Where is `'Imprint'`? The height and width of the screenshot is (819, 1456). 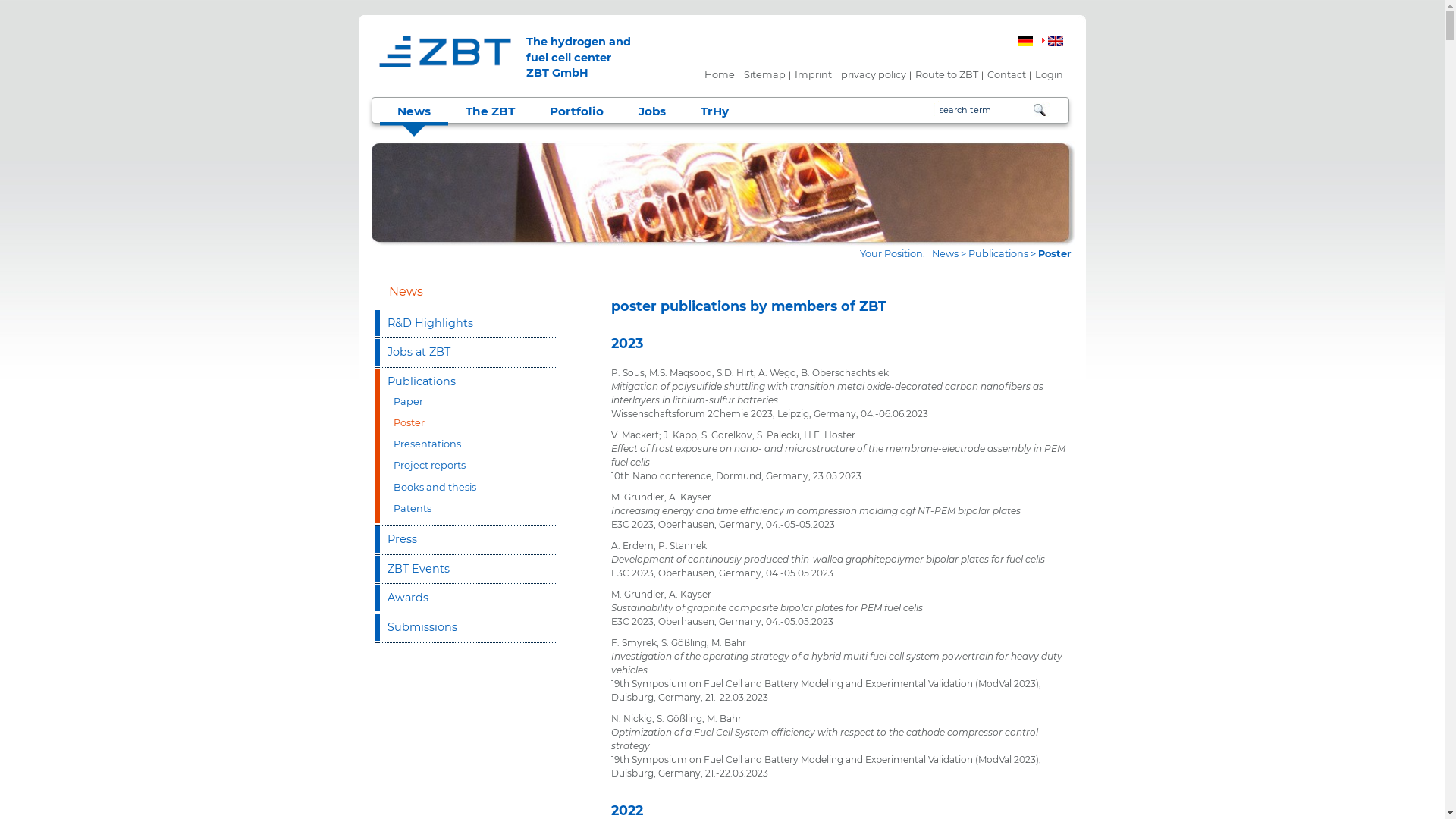 'Imprint' is located at coordinates (812, 75).